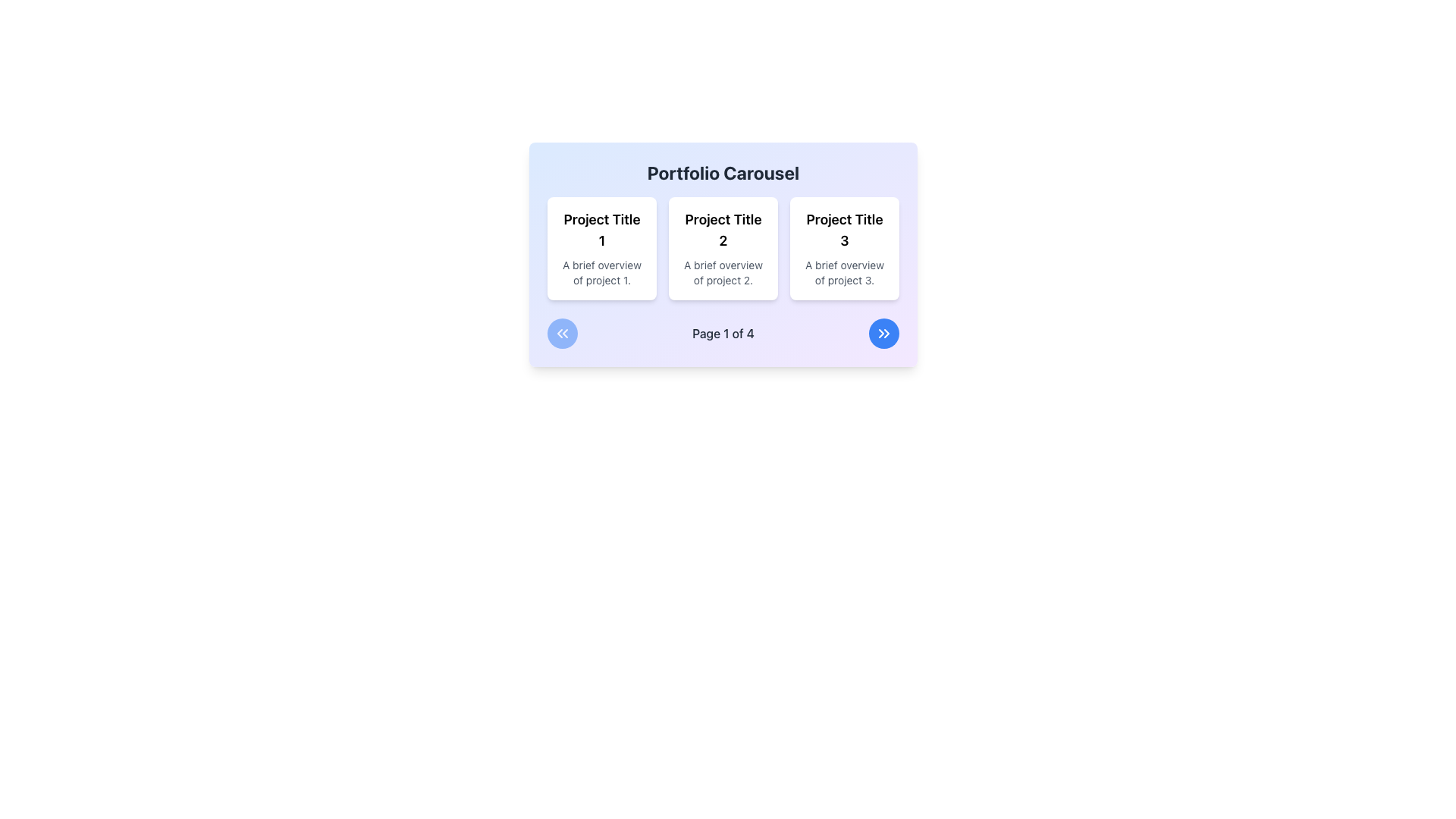  I want to click on the Informational card titled 'Project Title 2' which contains a brief overview text and is the second card in the 'Portfolio Carousel' layout, so click(723, 247).